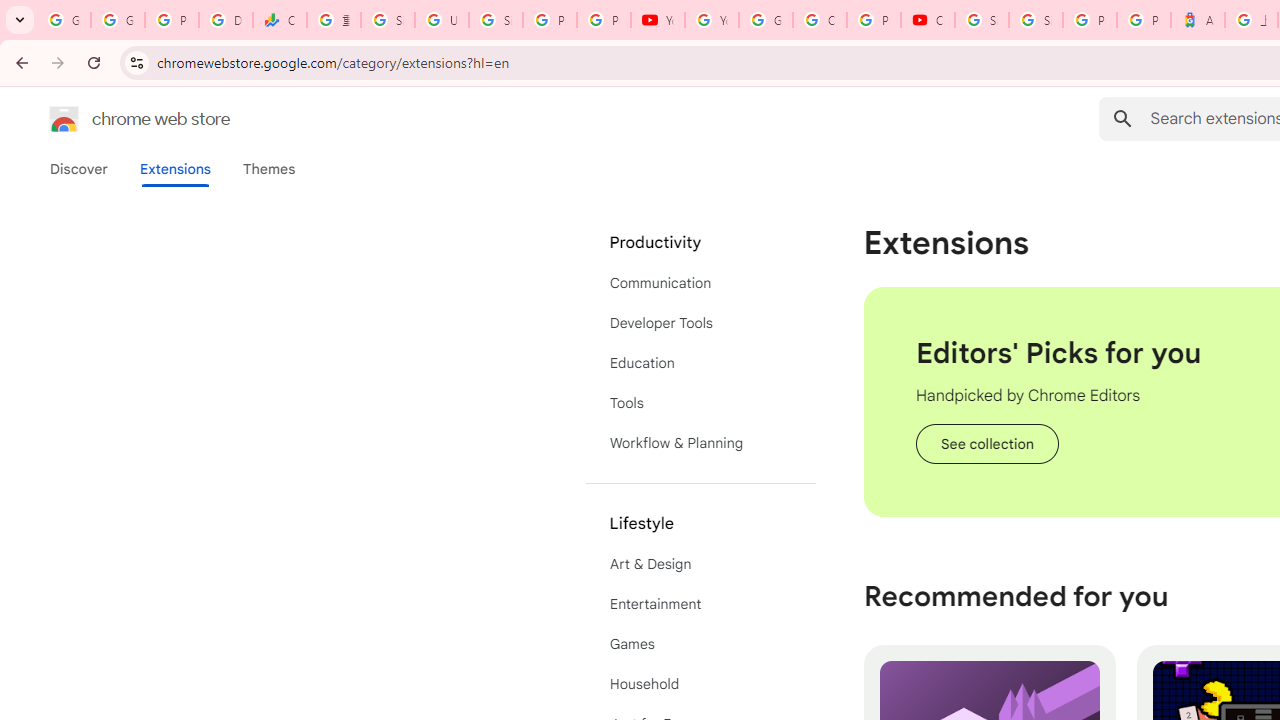 This screenshot has width=1280, height=720. Describe the element at coordinates (79, 168) in the screenshot. I see `'Discover'` at that location.